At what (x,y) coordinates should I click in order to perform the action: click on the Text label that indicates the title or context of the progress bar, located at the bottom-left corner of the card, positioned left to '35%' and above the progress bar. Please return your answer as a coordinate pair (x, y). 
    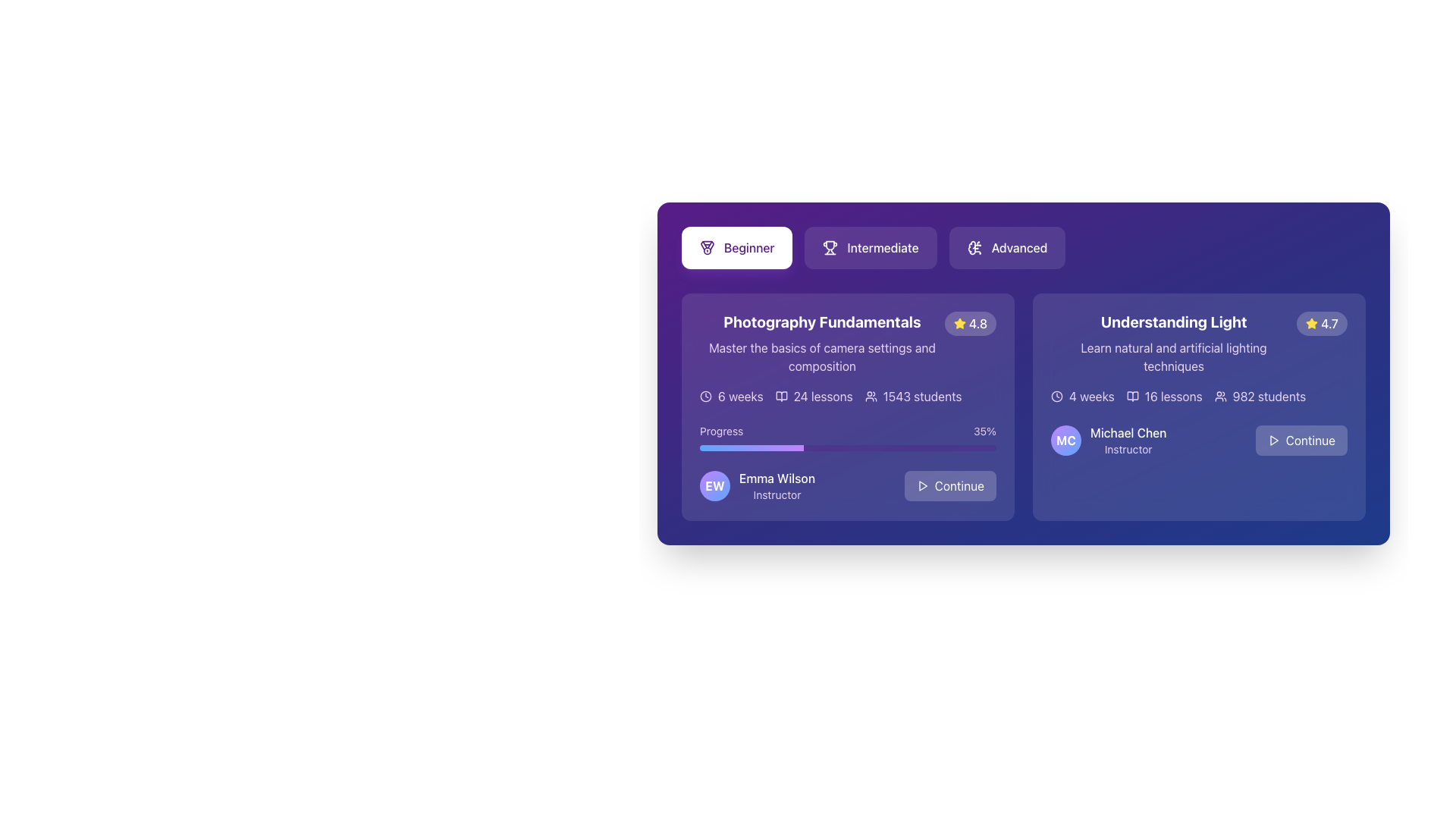
    Looking at the image, I should click on (720, 431).